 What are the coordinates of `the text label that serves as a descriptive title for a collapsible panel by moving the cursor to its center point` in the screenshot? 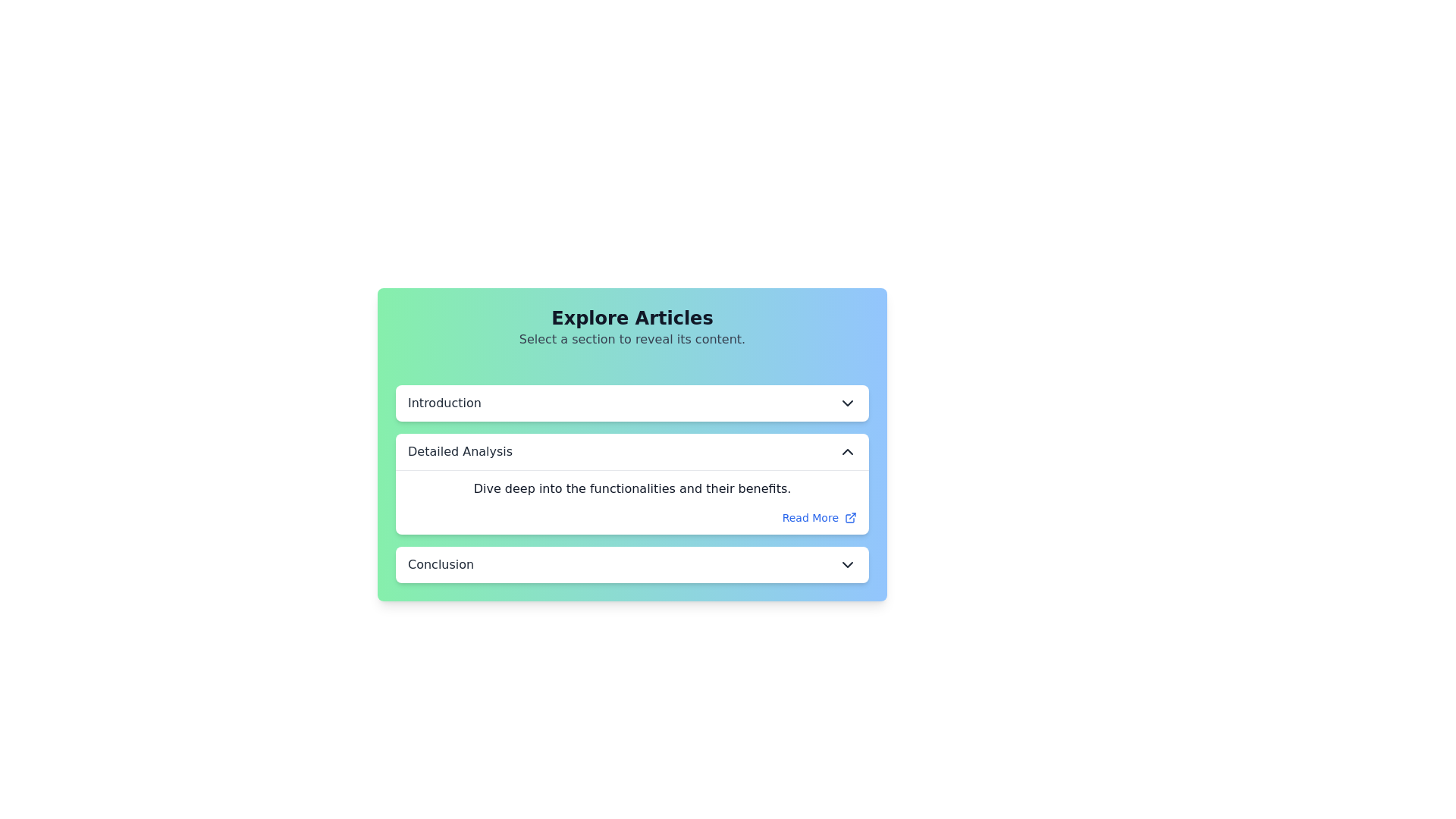 It's located at (444, 403).